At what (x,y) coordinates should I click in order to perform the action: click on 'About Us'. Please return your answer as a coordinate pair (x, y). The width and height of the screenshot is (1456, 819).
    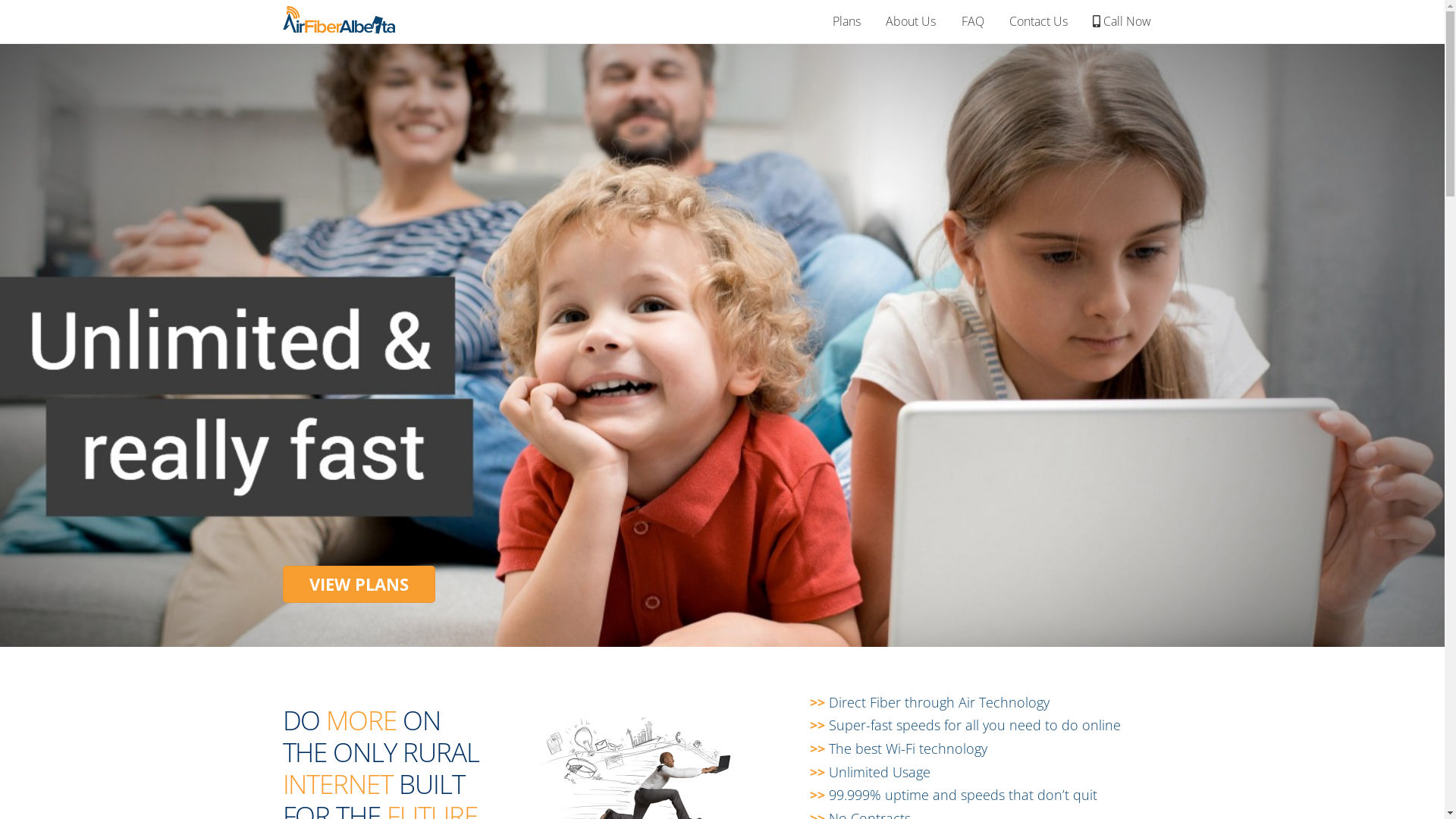
    Looking at the image, I should click on (910, 20).